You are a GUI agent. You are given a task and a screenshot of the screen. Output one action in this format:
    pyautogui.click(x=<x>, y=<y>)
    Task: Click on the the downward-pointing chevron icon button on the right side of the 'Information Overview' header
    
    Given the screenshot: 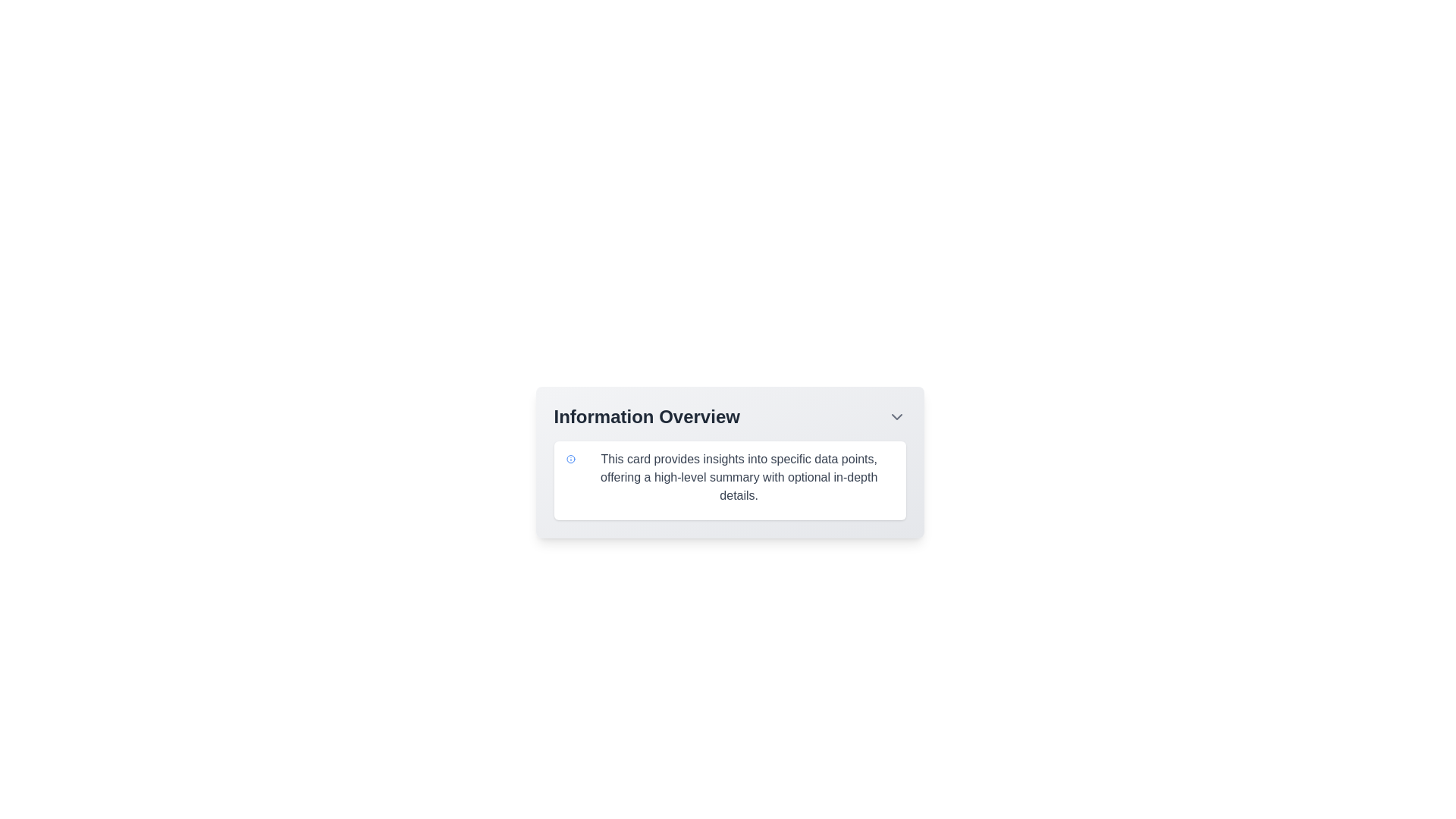 What is the action you would take?
    pyautogui.click(x=896, y=417)
    